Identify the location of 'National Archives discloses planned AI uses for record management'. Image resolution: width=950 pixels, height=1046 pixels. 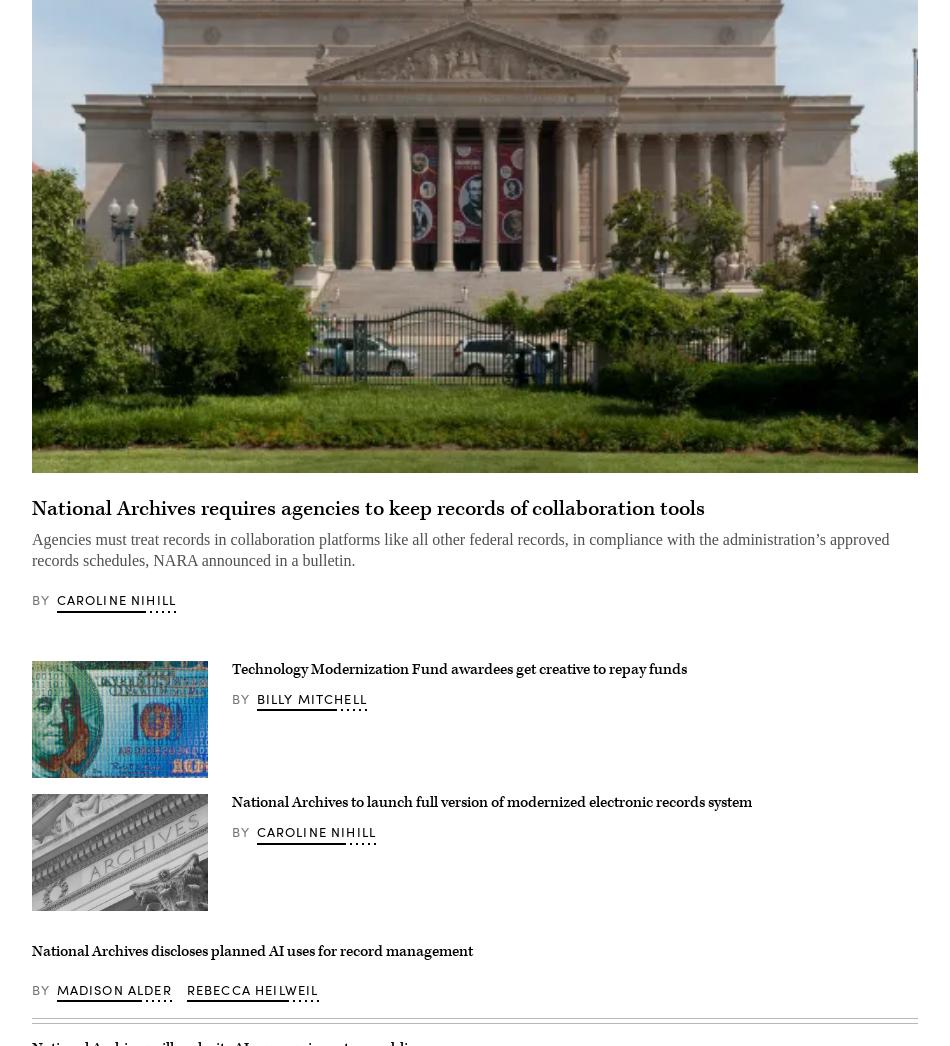
(251, 950).